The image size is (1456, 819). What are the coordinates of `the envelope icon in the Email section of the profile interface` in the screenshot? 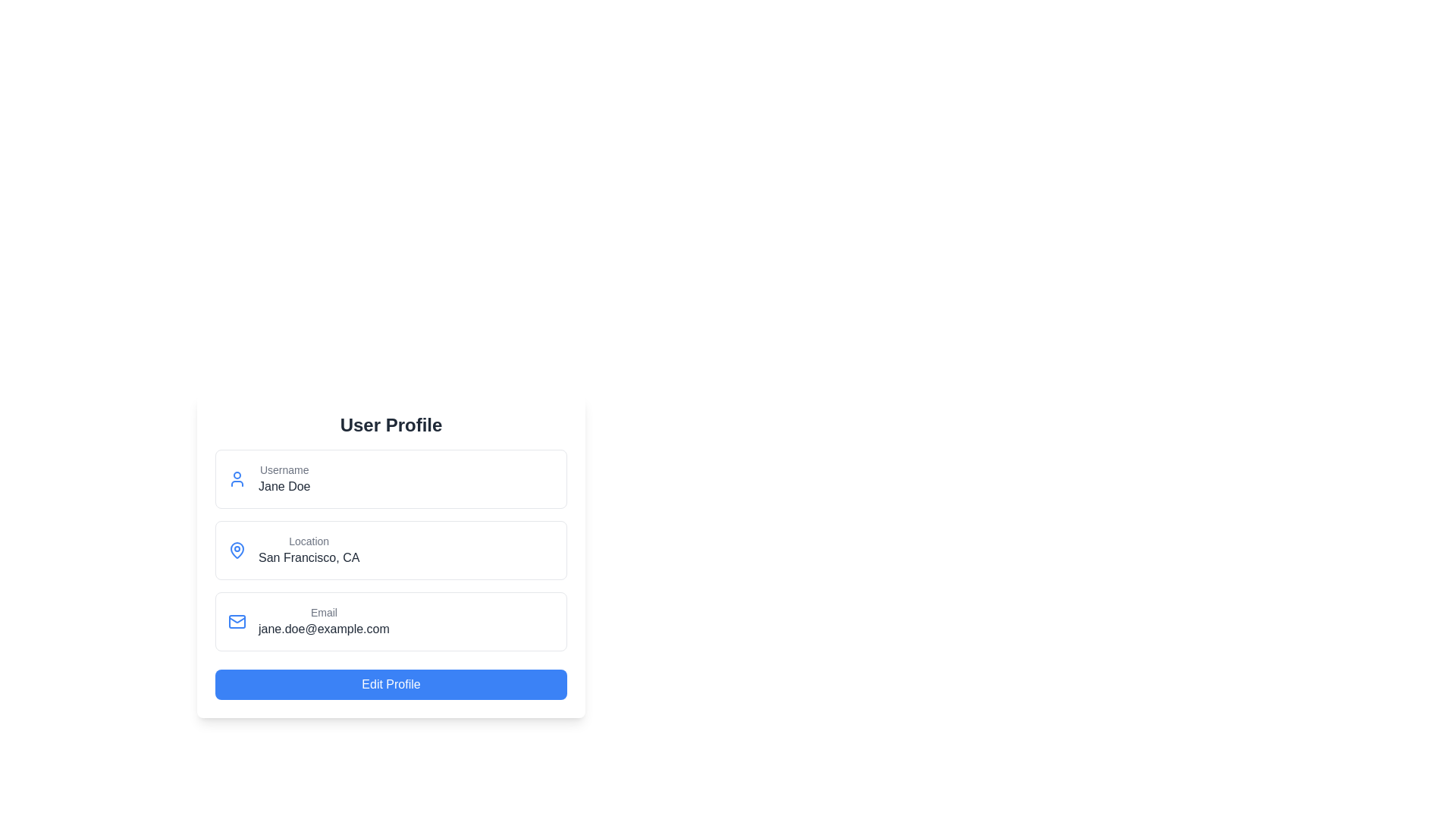 It's located at (236, 622).